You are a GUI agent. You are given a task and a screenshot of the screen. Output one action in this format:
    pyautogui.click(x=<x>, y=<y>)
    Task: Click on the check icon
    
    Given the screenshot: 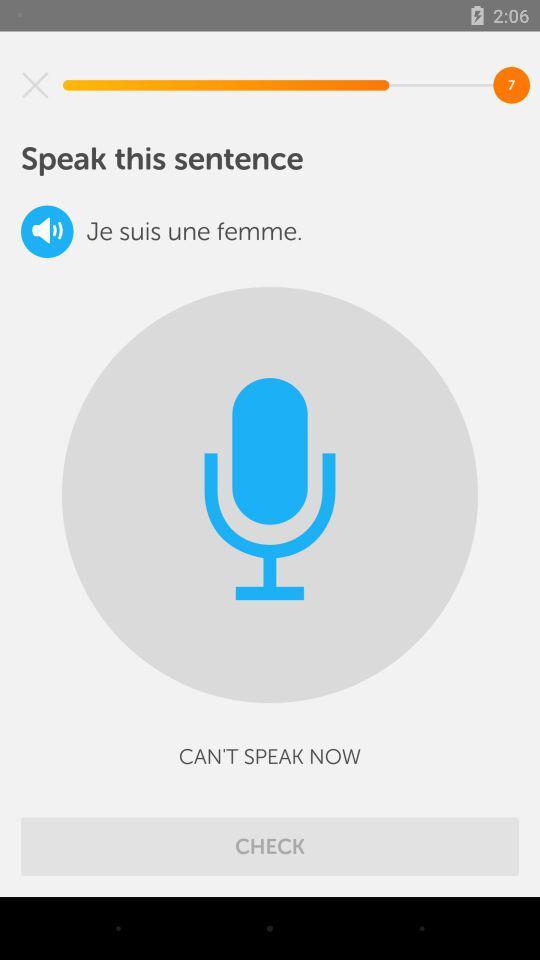 What is the action you would take?
    pyautogui.click(x=270, y=845)
    